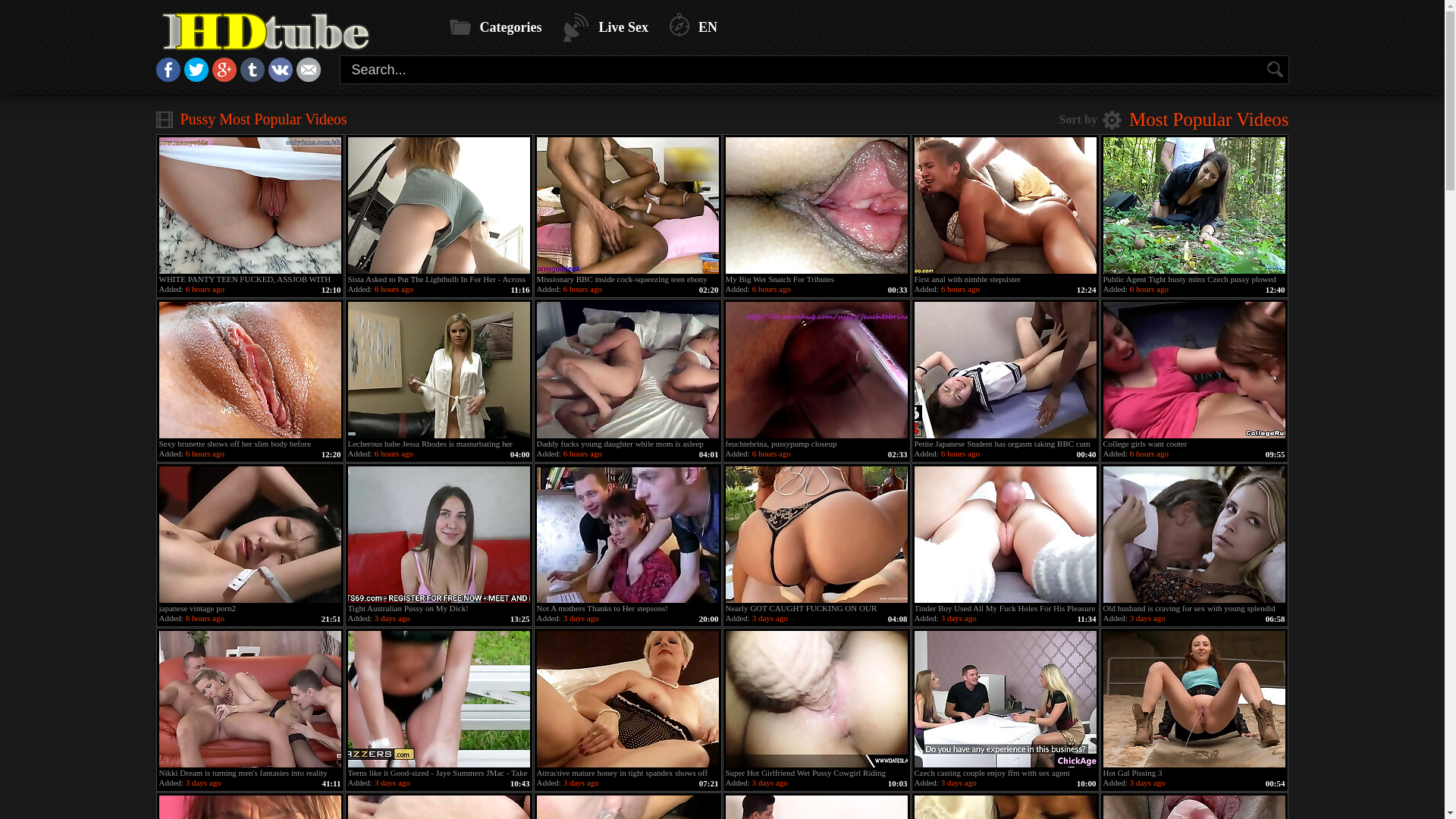 The image size is (1456, 819). I want to click on 'EN', so click(692, 27).